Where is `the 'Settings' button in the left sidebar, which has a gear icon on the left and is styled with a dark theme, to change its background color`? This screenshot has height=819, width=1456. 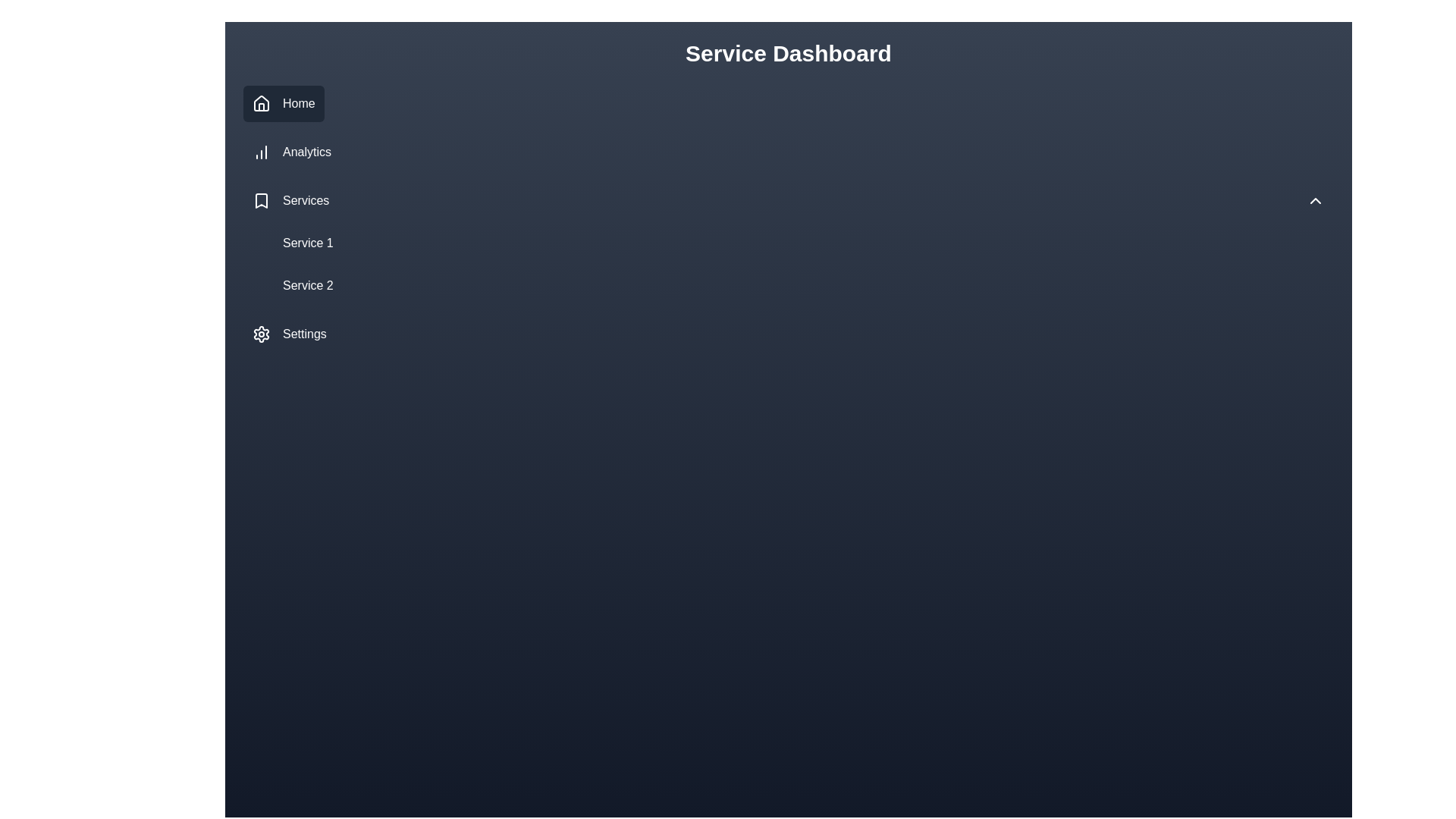 the 'Settings' button in the left sidebar, which has a gear icon on the left and is styled with a dark theme, to change its background color is located at coordinates (289, 333).